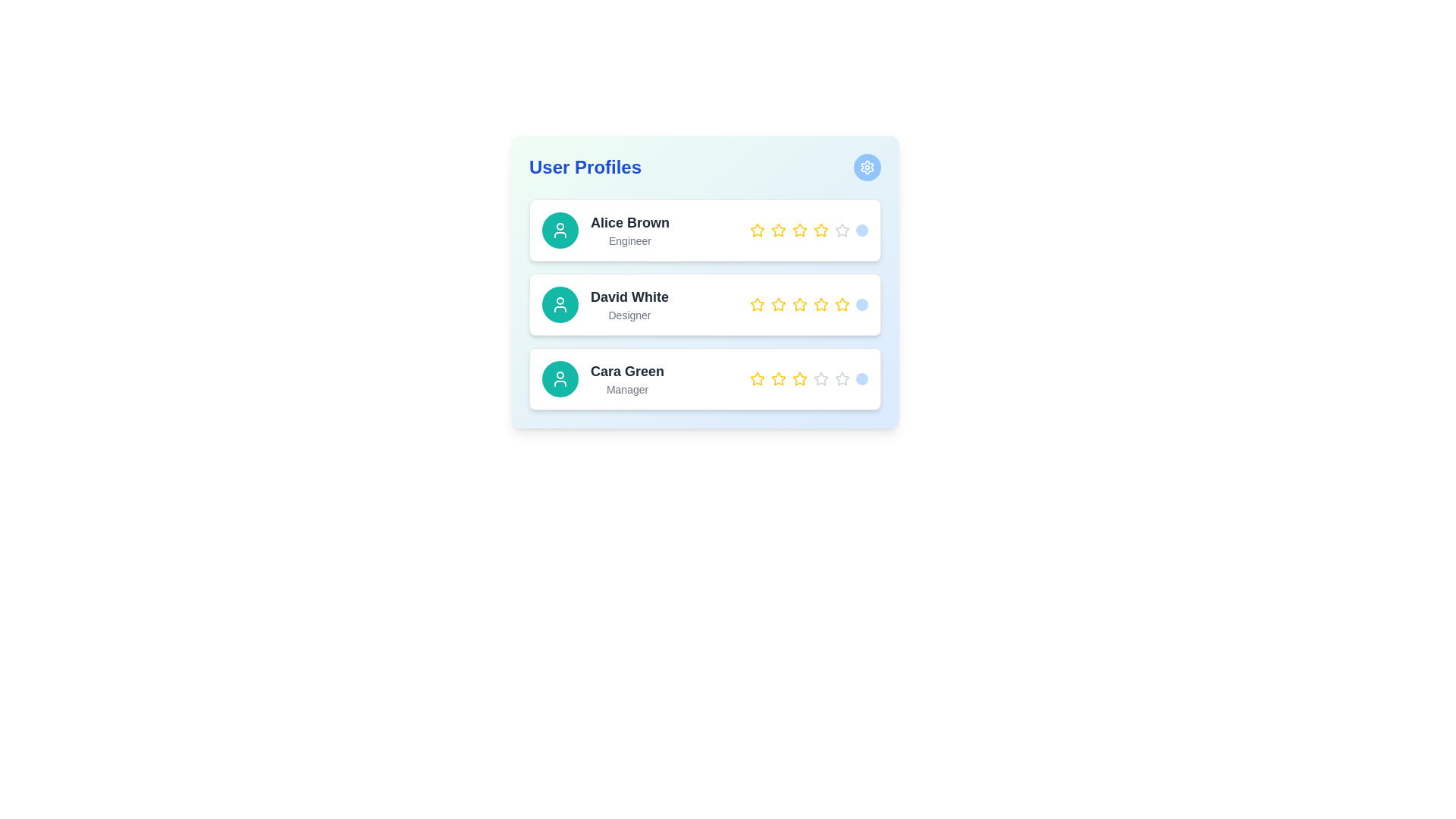  What do you see at coordinates (704, 281) in the screenshot?
I see `the star in the interactive star rating system for the user profile of David White, located in the second user profile card` at bounding box center [704, 281].